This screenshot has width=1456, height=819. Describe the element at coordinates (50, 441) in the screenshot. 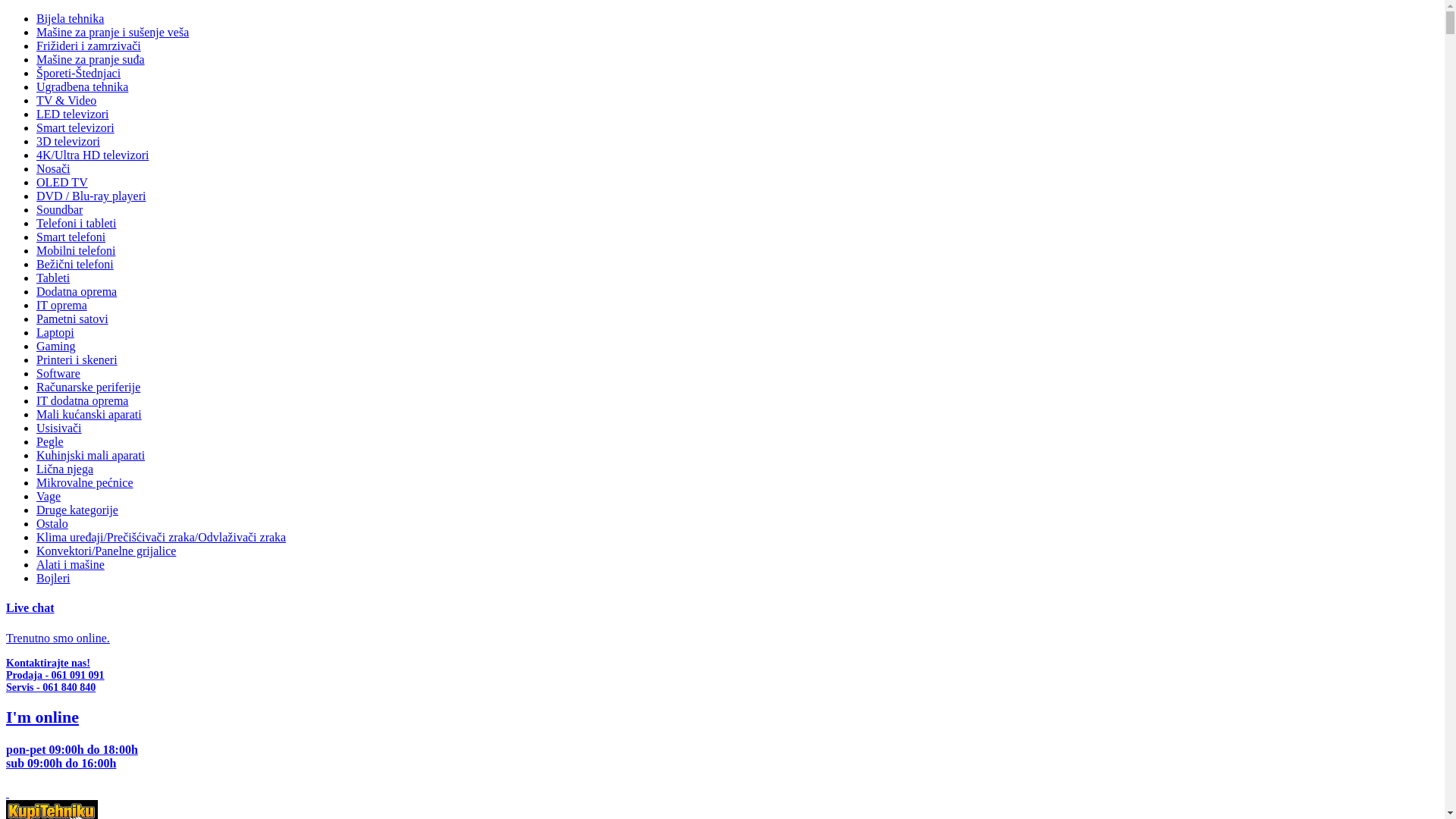

I see `'Pegle'` at that location.